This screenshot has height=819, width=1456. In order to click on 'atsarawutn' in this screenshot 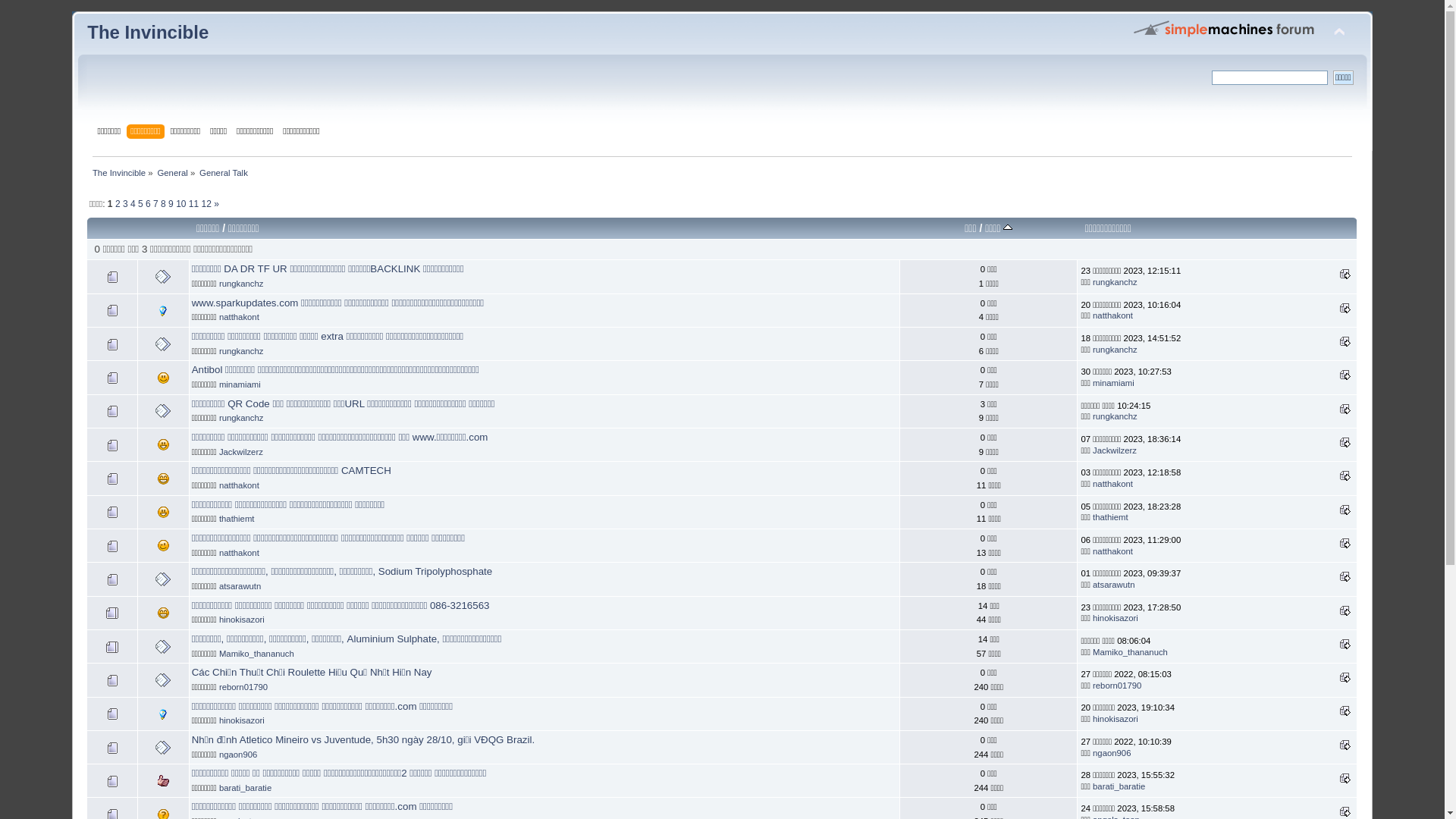, I will do `click(1113, 584)`.